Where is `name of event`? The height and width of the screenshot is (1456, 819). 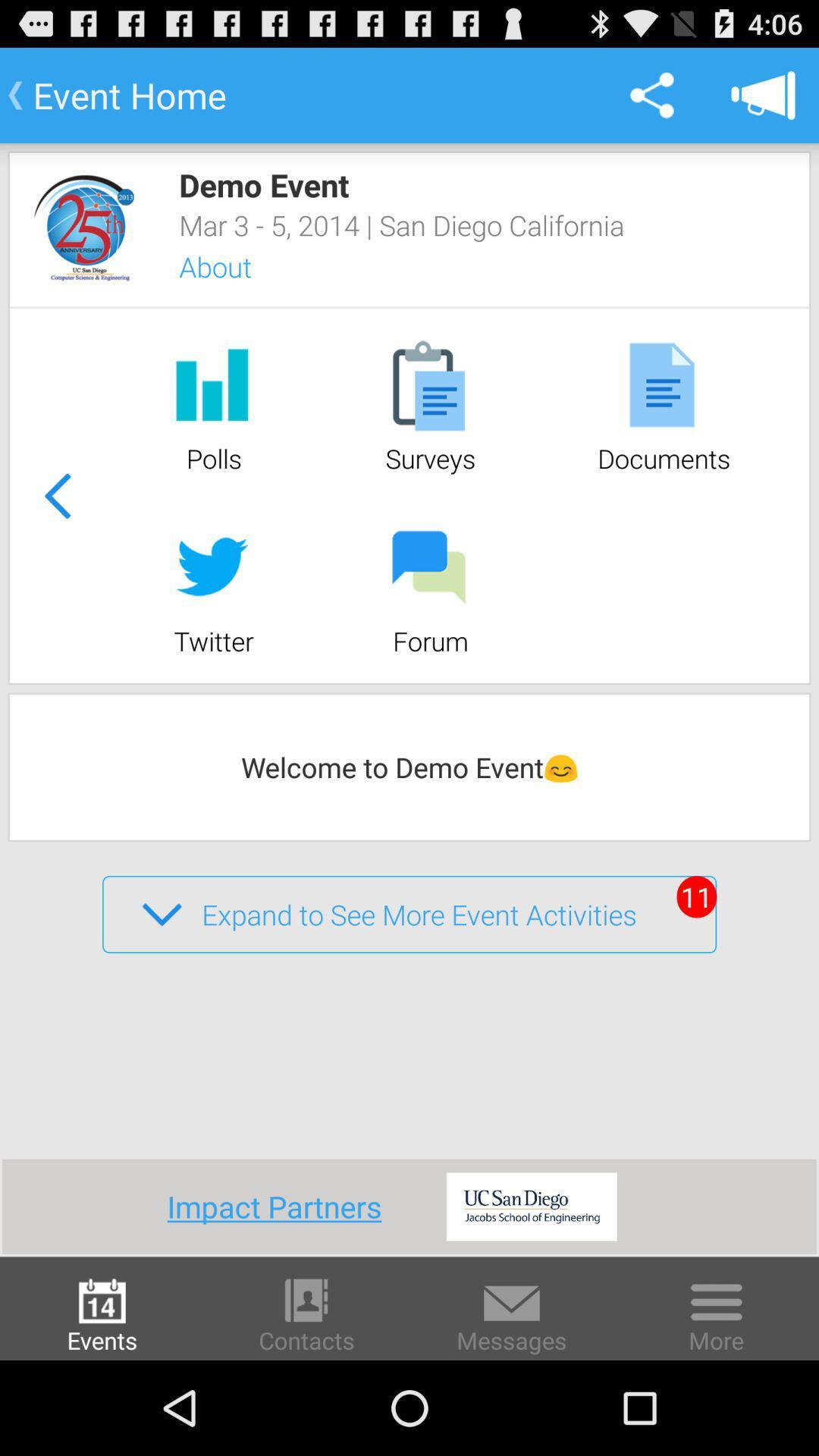
name of event is located at coordinates (84, 227).